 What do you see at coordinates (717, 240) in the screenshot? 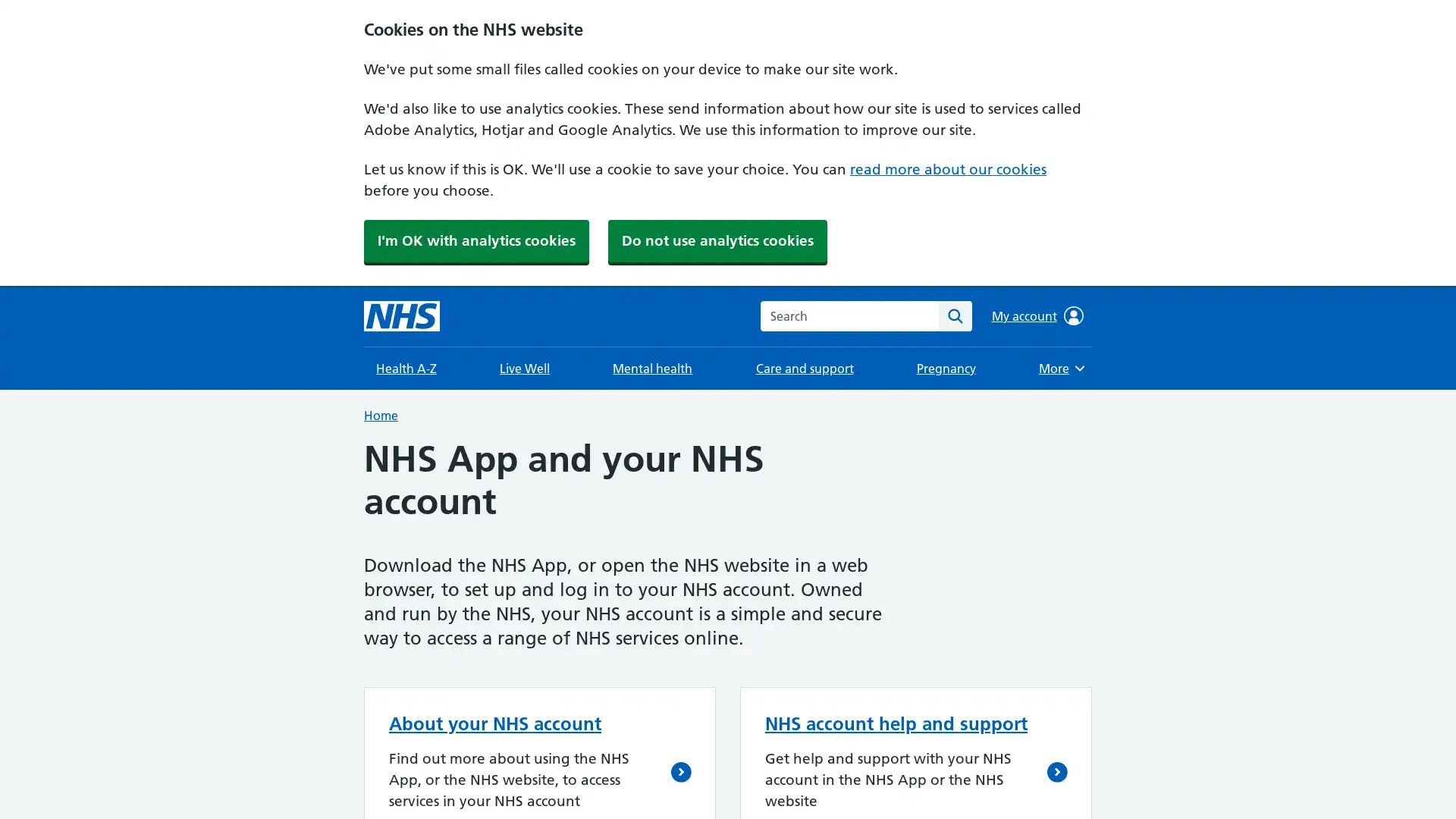
I see `Do not use analytics cookies` at bounding box center [717, 240].